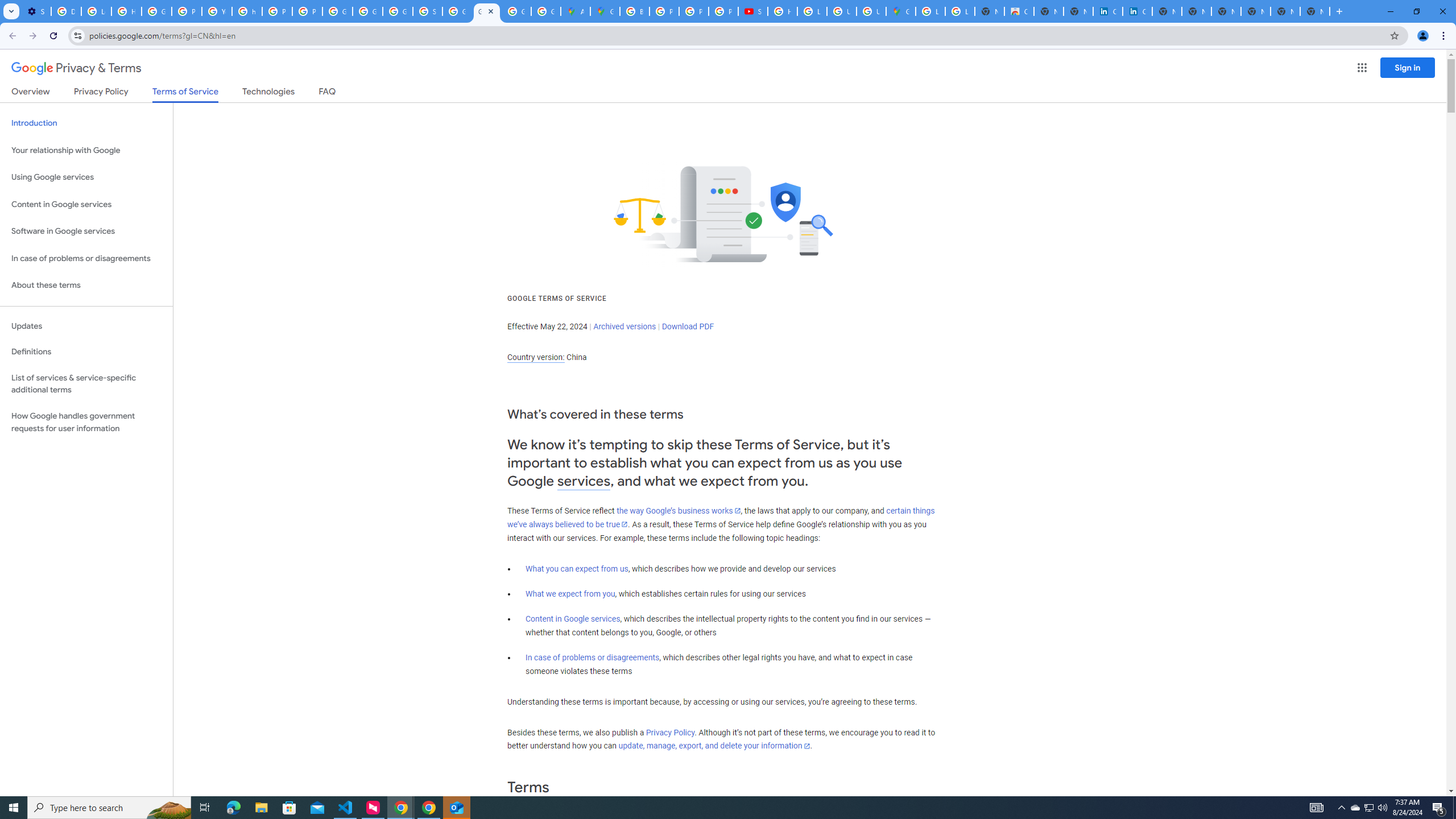 The image size is (1456, 819). I want to click on 'Privacy Help Center - Policies Help', so click(693, 11).